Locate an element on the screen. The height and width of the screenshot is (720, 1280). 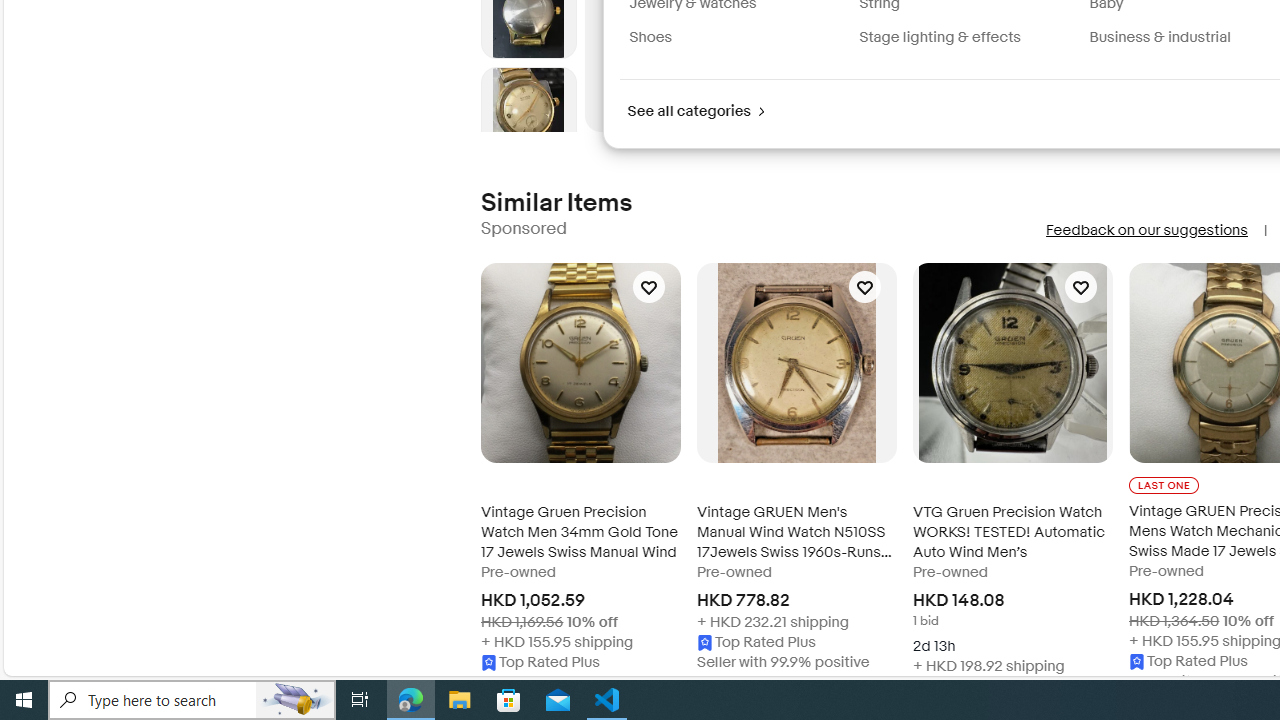
'Shoes' is located at coordinates (735, 37).